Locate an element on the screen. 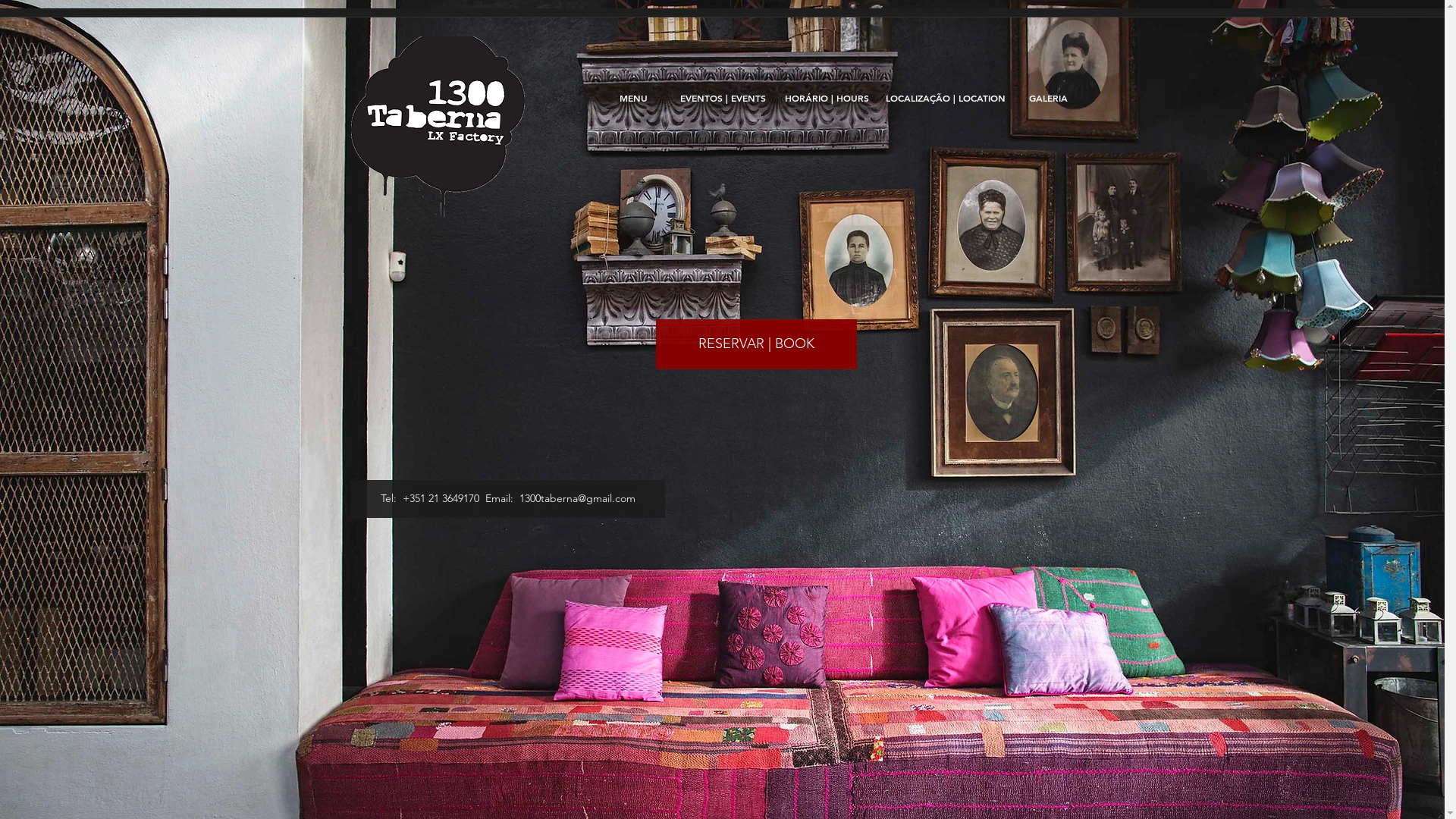 The width and height of the screenshot is (1456, 819). 'GALERIA' is located at coordinates (1047, 97).